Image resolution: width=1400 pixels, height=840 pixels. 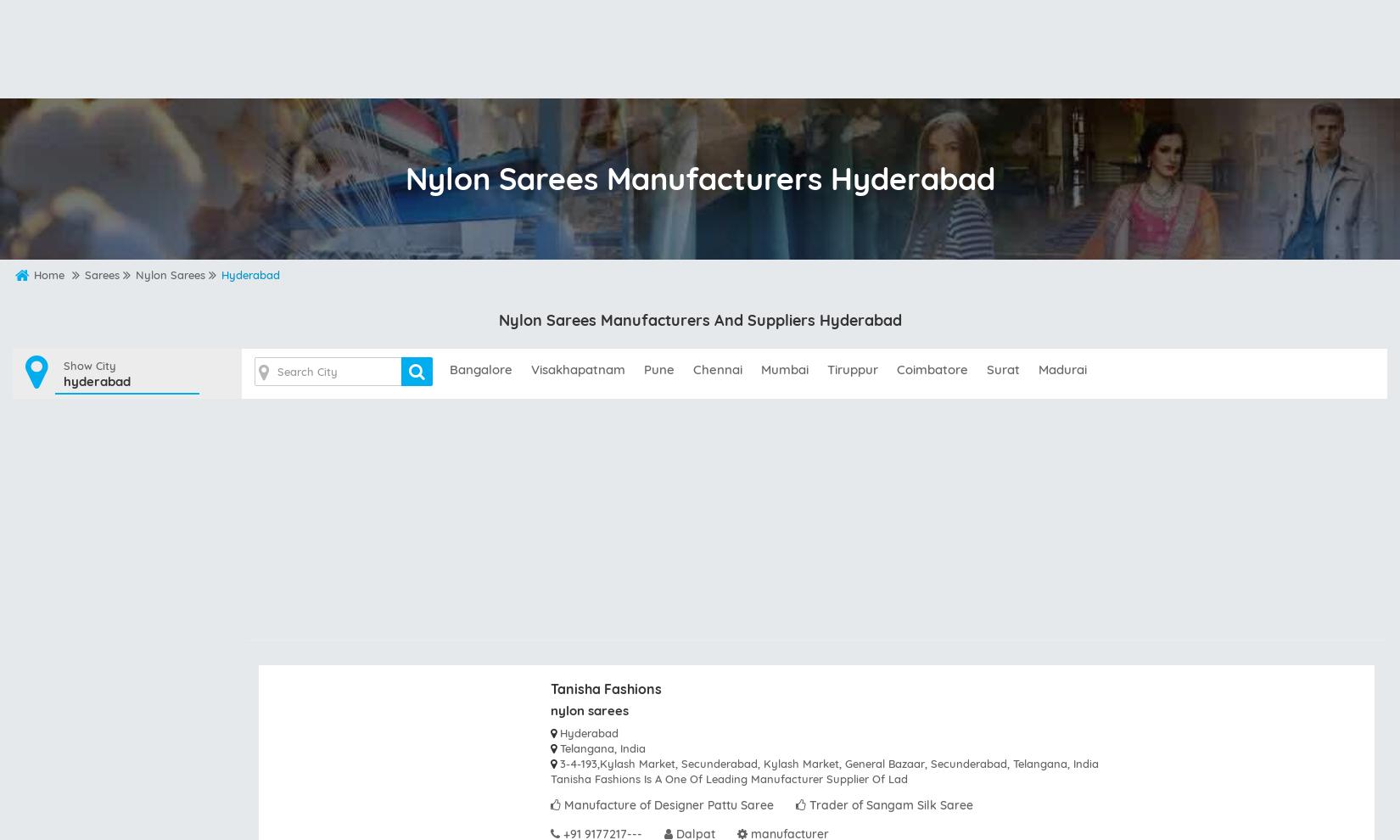 What do you see at coordinates (570, 77) in the screenshot?
I see `'Wholesale Market'` at bounding box center [570, 77].